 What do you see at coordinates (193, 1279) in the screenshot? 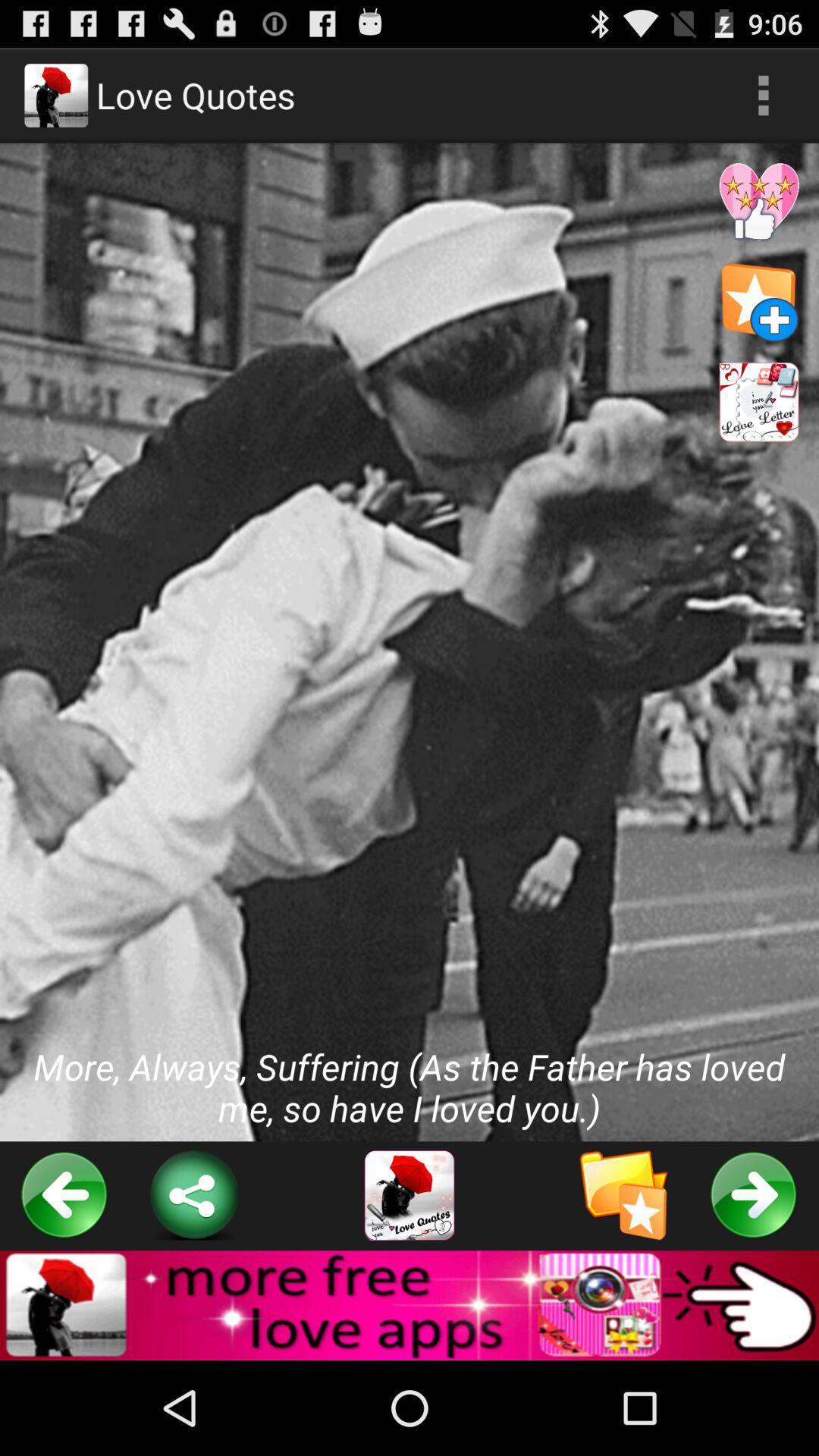
I see `the share icon` at bounding box center [193, 1279].